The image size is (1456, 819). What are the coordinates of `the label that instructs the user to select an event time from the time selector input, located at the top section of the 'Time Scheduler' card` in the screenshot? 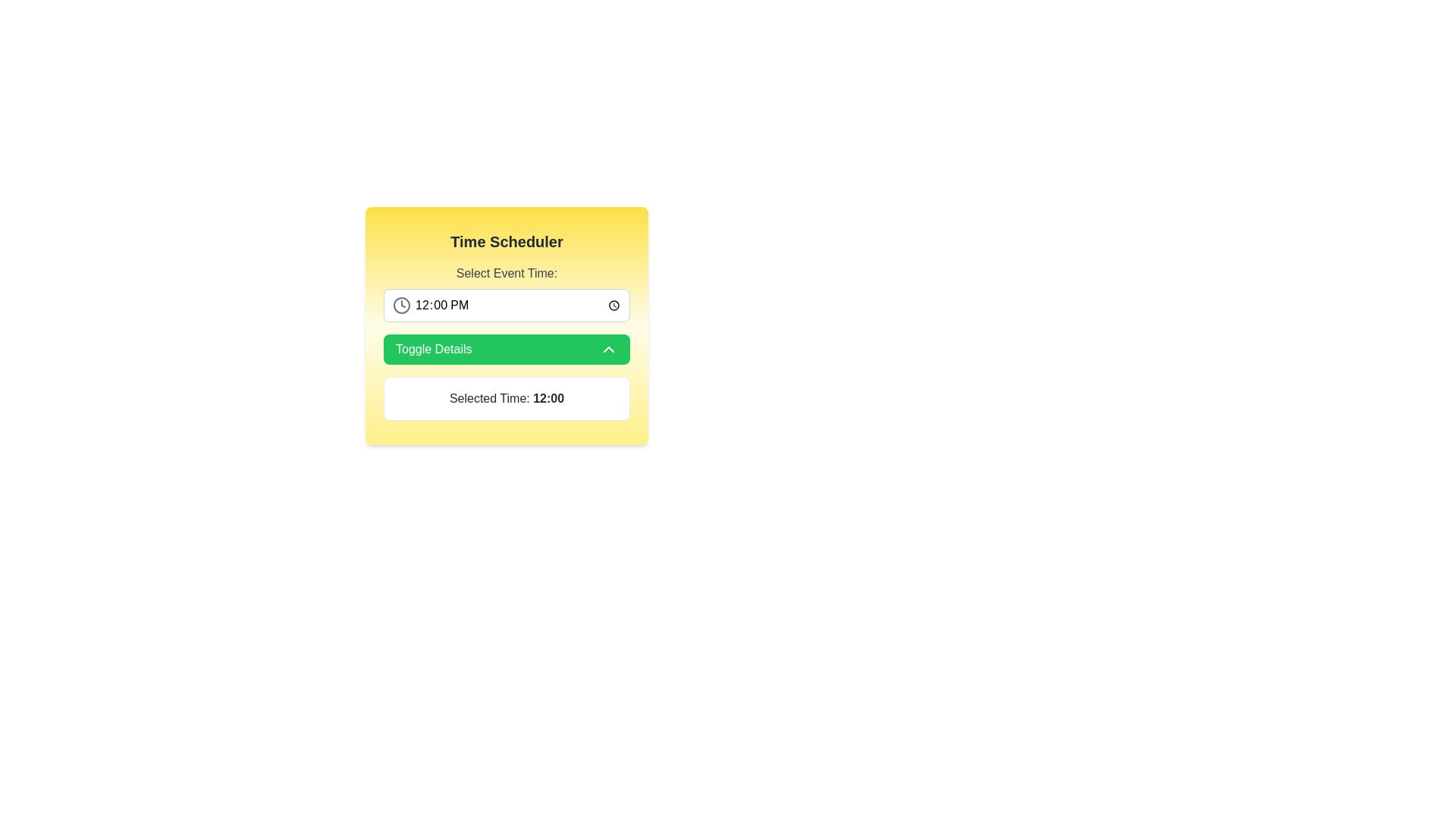 It's located at (507, 293).